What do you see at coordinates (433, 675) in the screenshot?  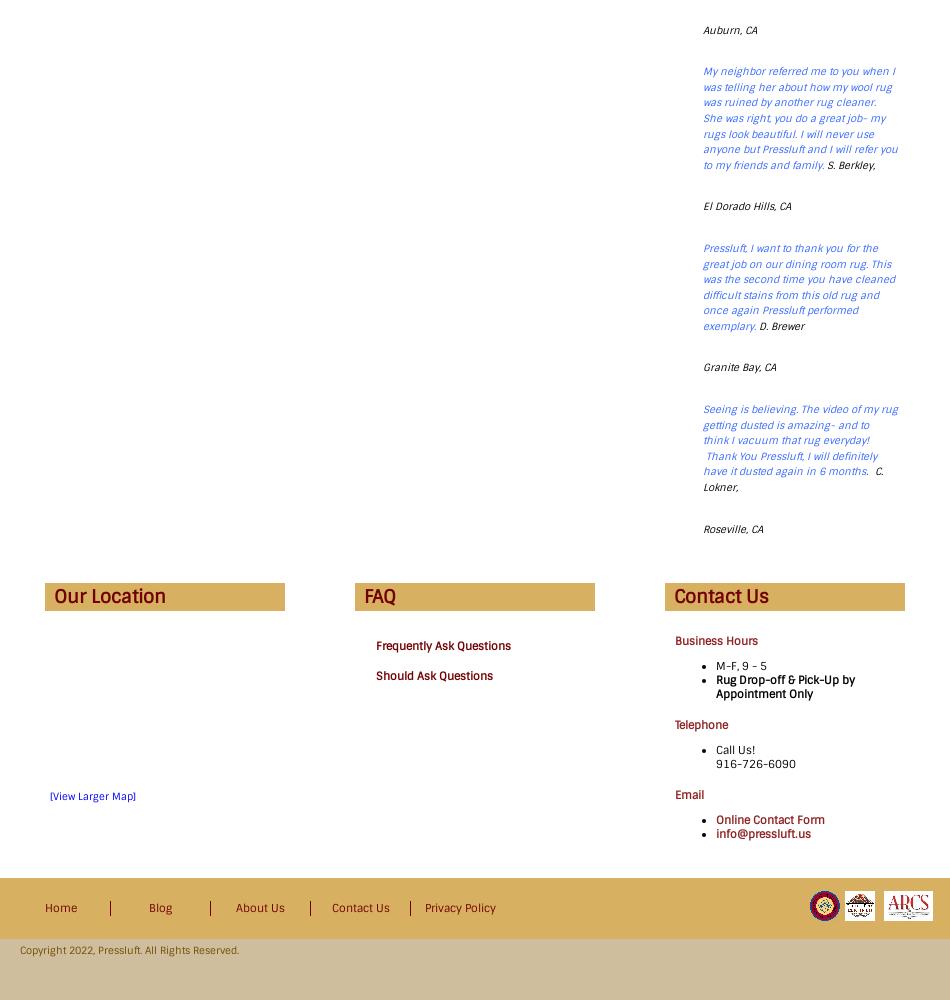 I see `'Should Ask Questions'` at bounding box center [433, 675].